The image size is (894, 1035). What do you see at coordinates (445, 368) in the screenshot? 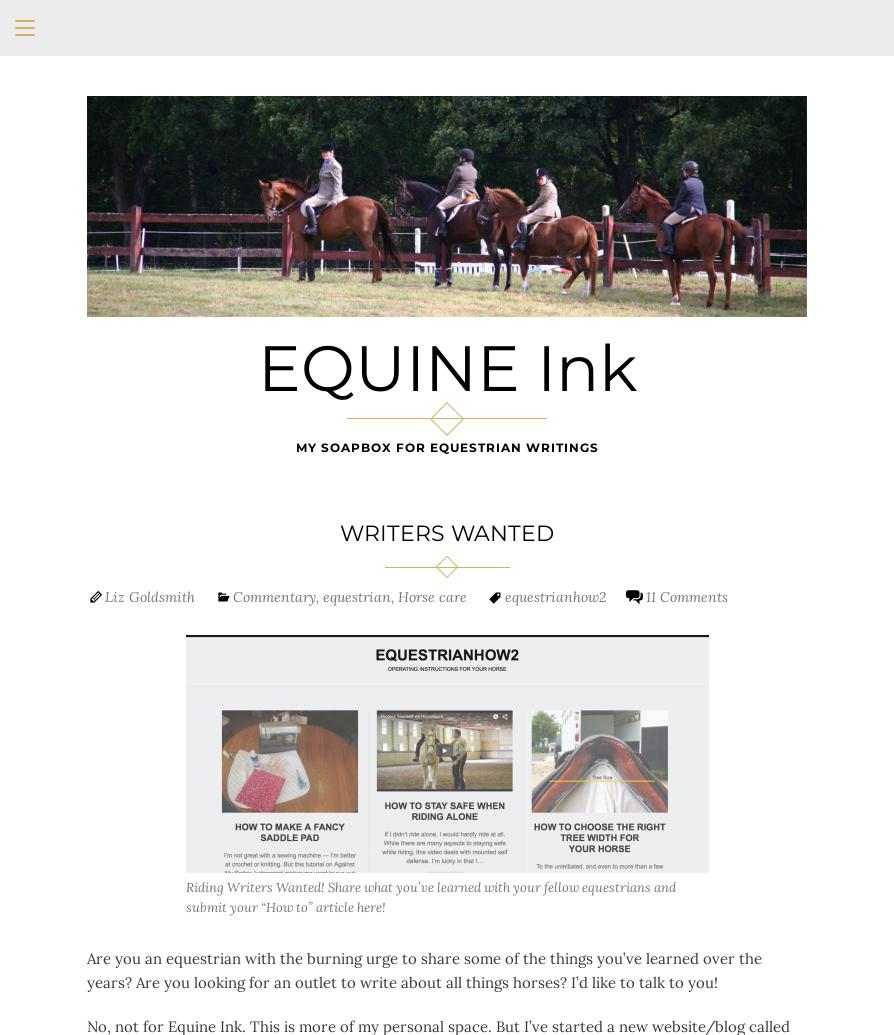
I see `'EQUINE Ink'` at bounding box center [445, 368].